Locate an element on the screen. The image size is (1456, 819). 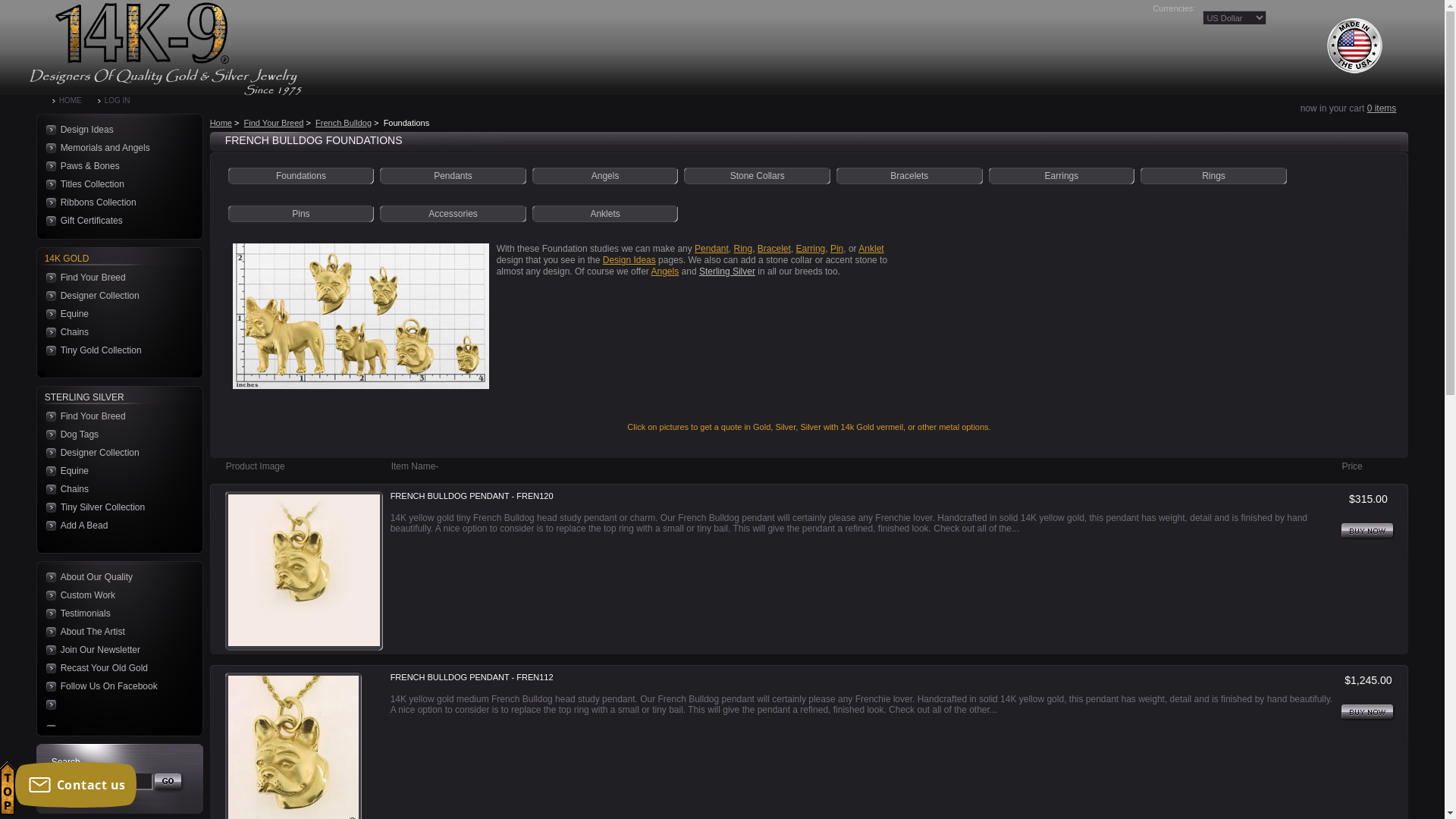
'Bracelets' is located at coordinates (909, 174).